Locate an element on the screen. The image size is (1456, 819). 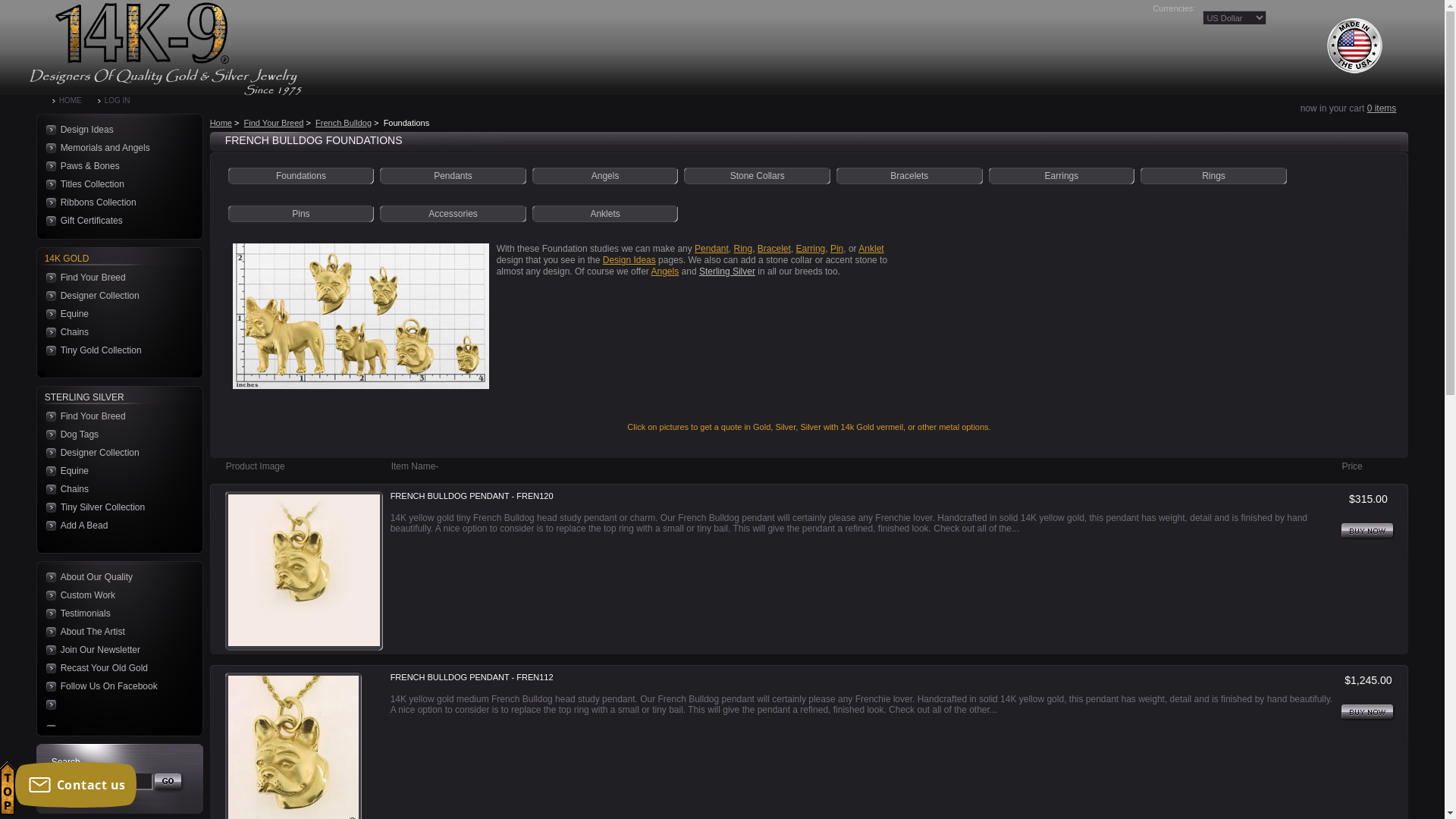
'Bracelets' is located at coordinates (909, 174).